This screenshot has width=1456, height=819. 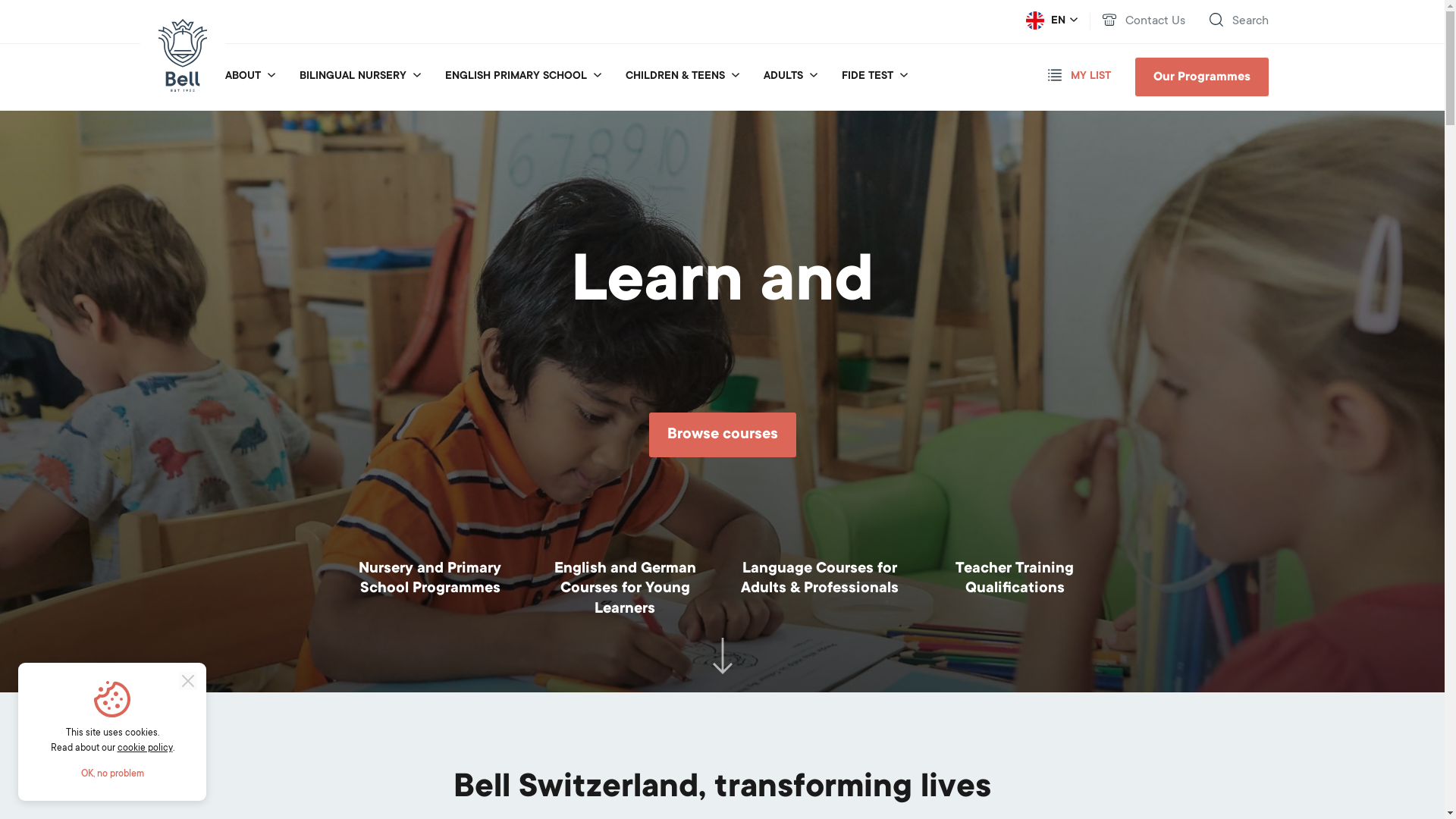 What do you see at coordinates (1238, 21) in the screenshot?
I see `'Search'` at bounding box center [1238, 21].